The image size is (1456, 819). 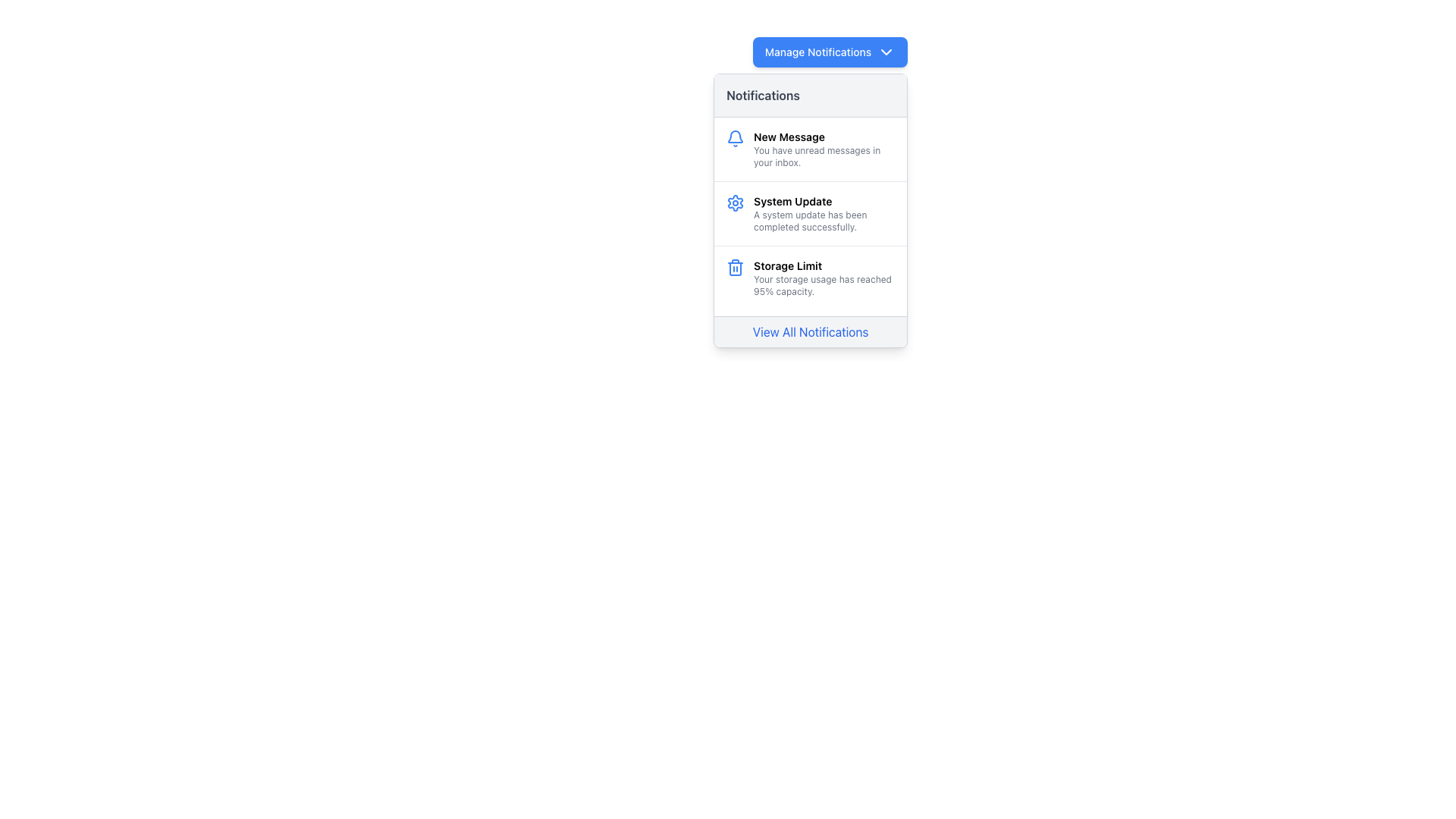 I want to click on the gear-shaped icon associated with settings in the notification panel, so click(x=735, y=202).